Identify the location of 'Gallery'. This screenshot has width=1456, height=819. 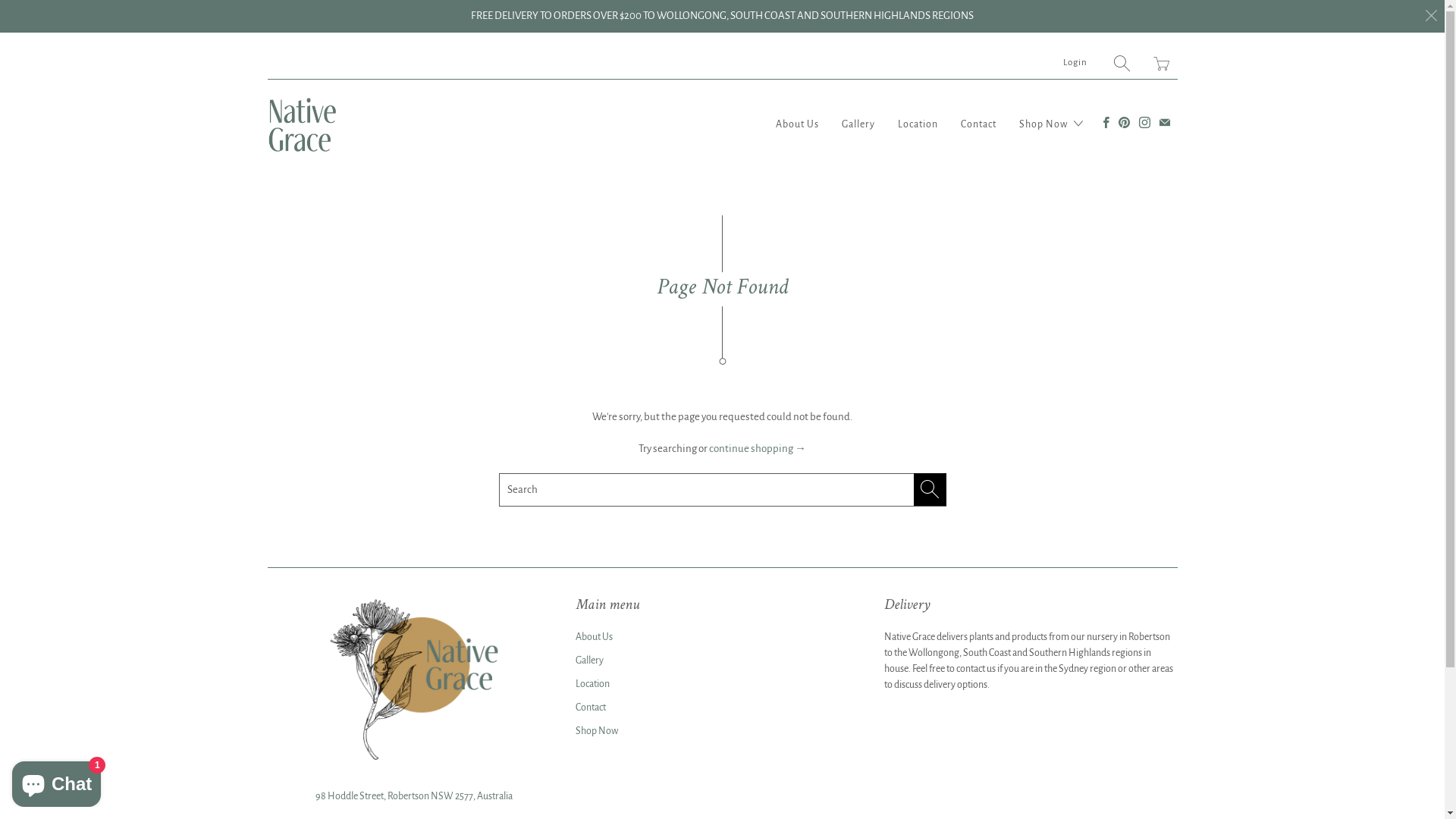
(574, 660).